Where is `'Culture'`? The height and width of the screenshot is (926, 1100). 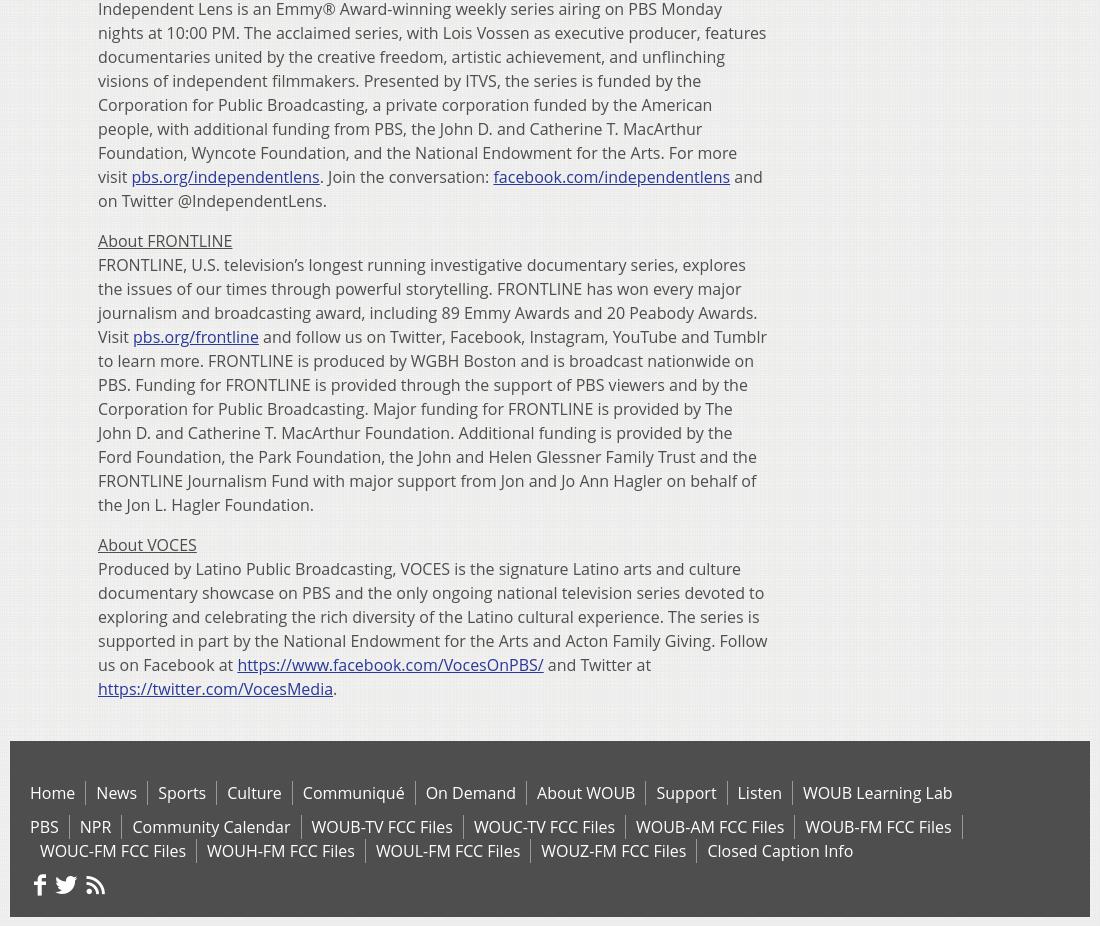 'Culture' is located at coordinates (253, 792).